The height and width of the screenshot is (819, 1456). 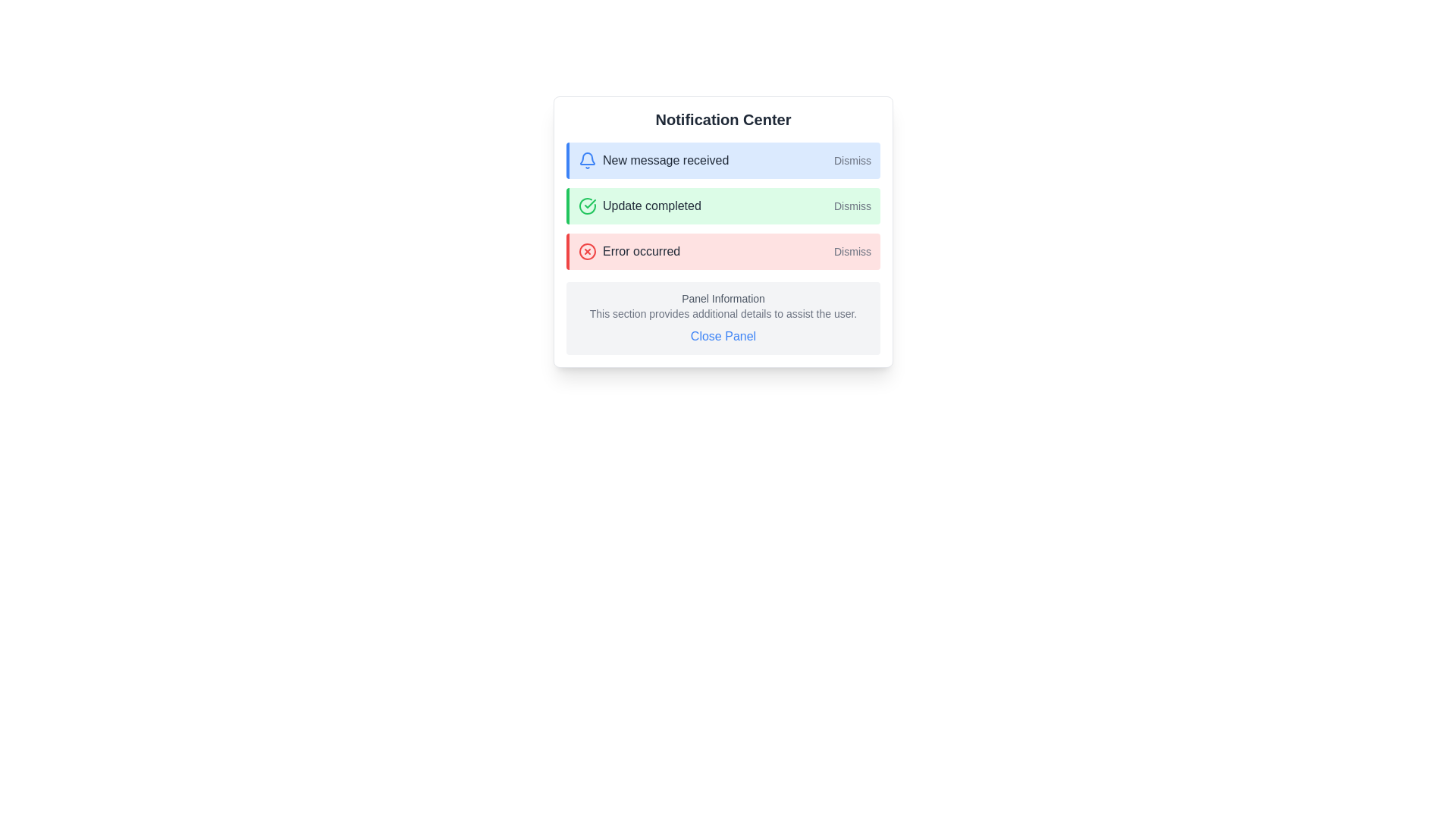 I want to click on icon that indicates the successful completion of the update process, located in the 'Update completed' section of the notification list, to the left of the 'Update completed' label, so click(x=586, y=206).